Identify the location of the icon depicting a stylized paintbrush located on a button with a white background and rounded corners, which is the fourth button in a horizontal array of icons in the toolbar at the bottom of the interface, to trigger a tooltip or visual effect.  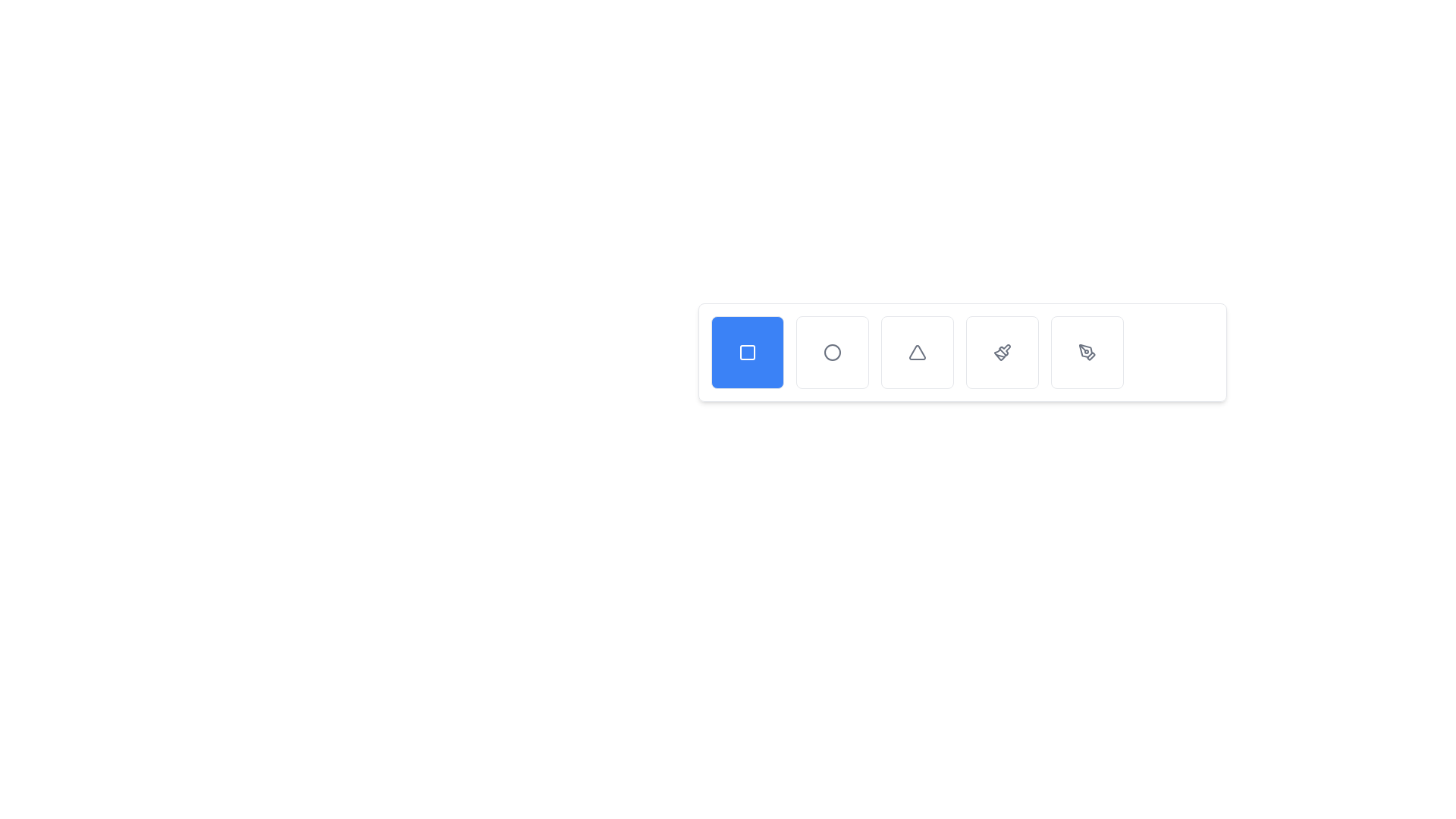
(1002, 353).